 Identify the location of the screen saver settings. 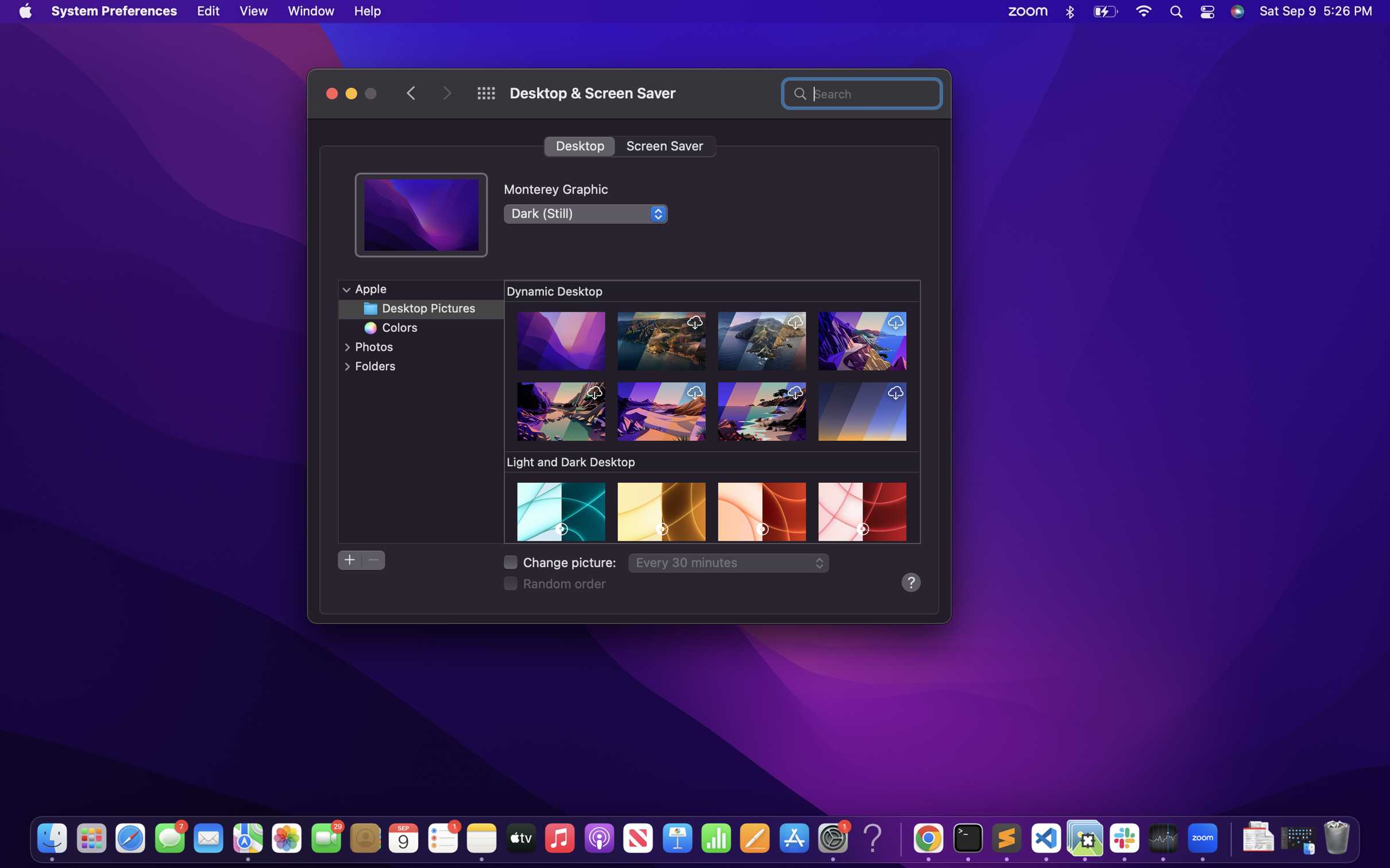
(665, 145).